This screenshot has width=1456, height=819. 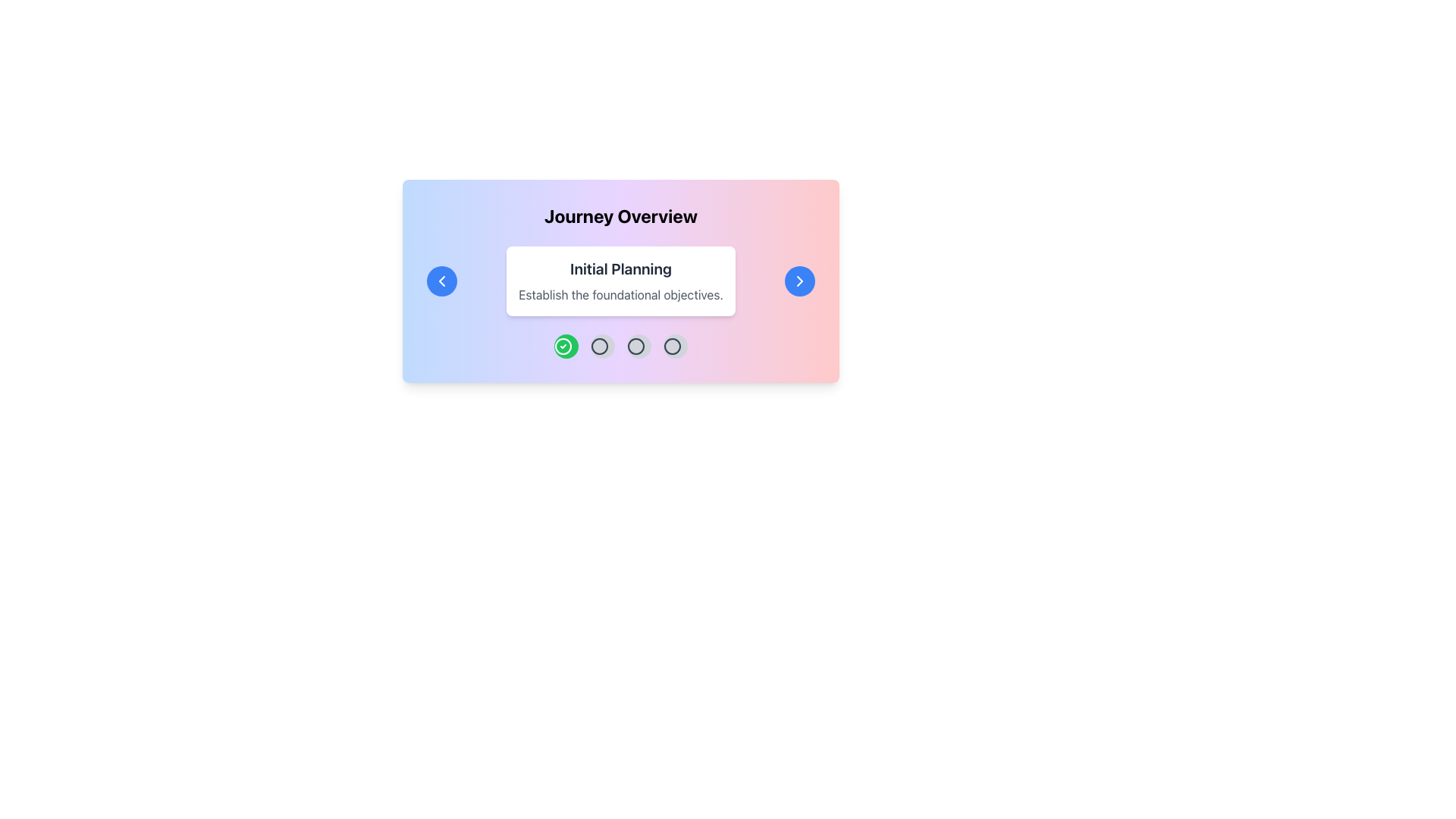 I want to click on the second circular button with a gray background and dark gray outline located below the 'Initial Planning' section, so click(x=602, y=346).